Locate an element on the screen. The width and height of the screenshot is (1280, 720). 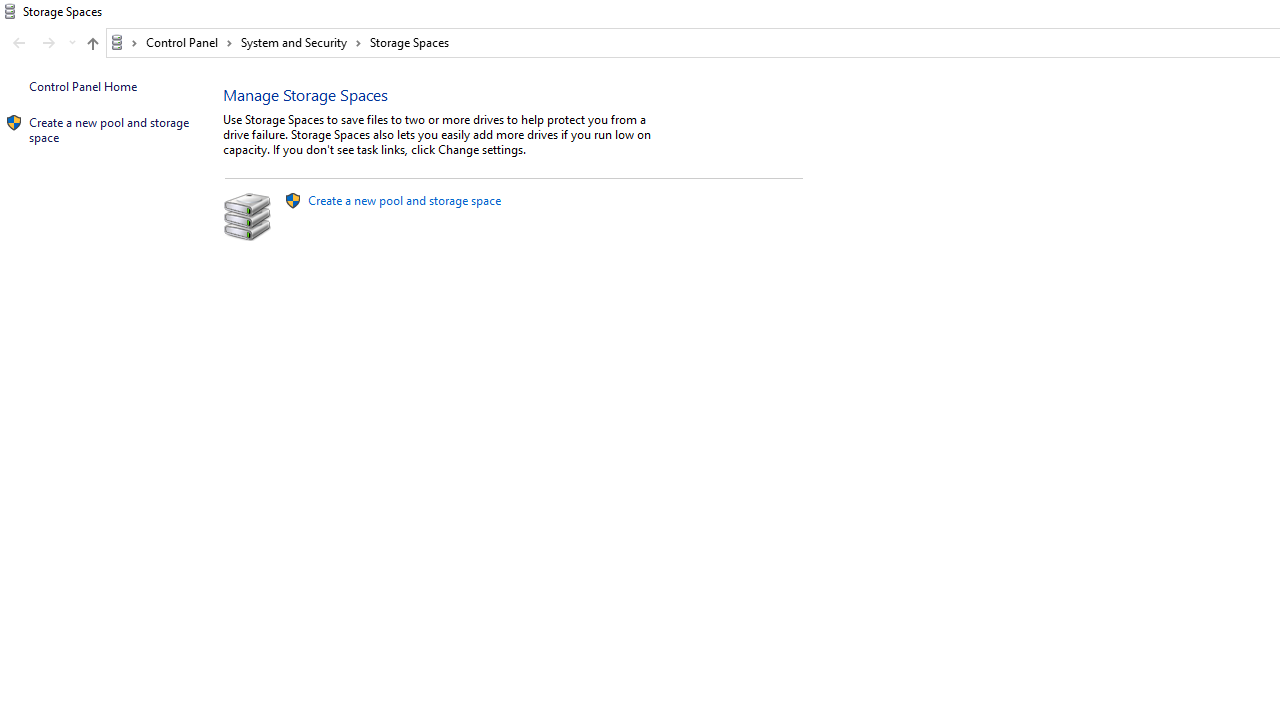
'Forward (Alt + Right Arrow)' is located at coordinates (49, 43).